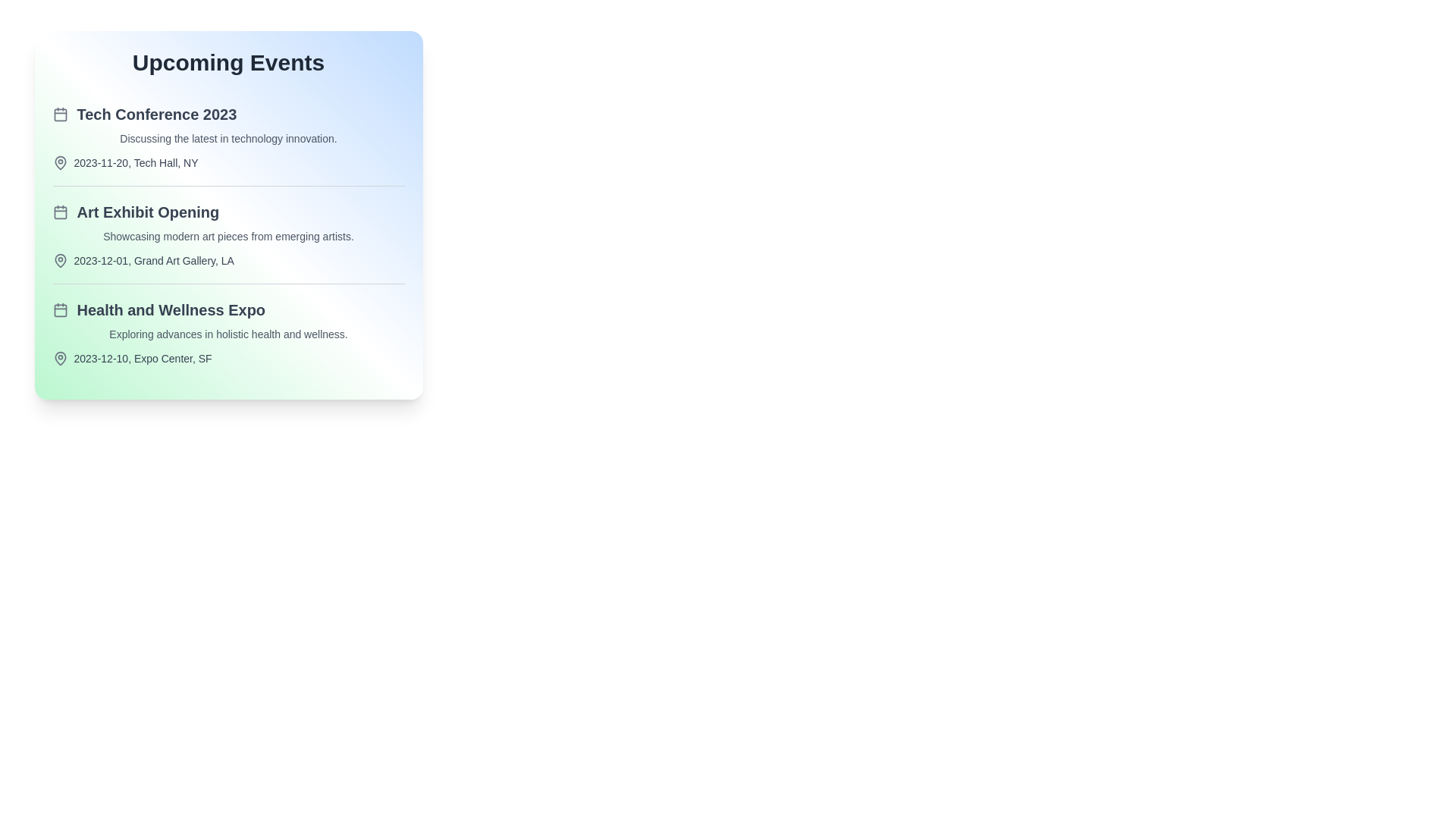  What do you see at coordinates (60, 212) in the screenshot?
I see `the calendar icon for the Art Exhibit Opening event` at bounding box center [60, 212].